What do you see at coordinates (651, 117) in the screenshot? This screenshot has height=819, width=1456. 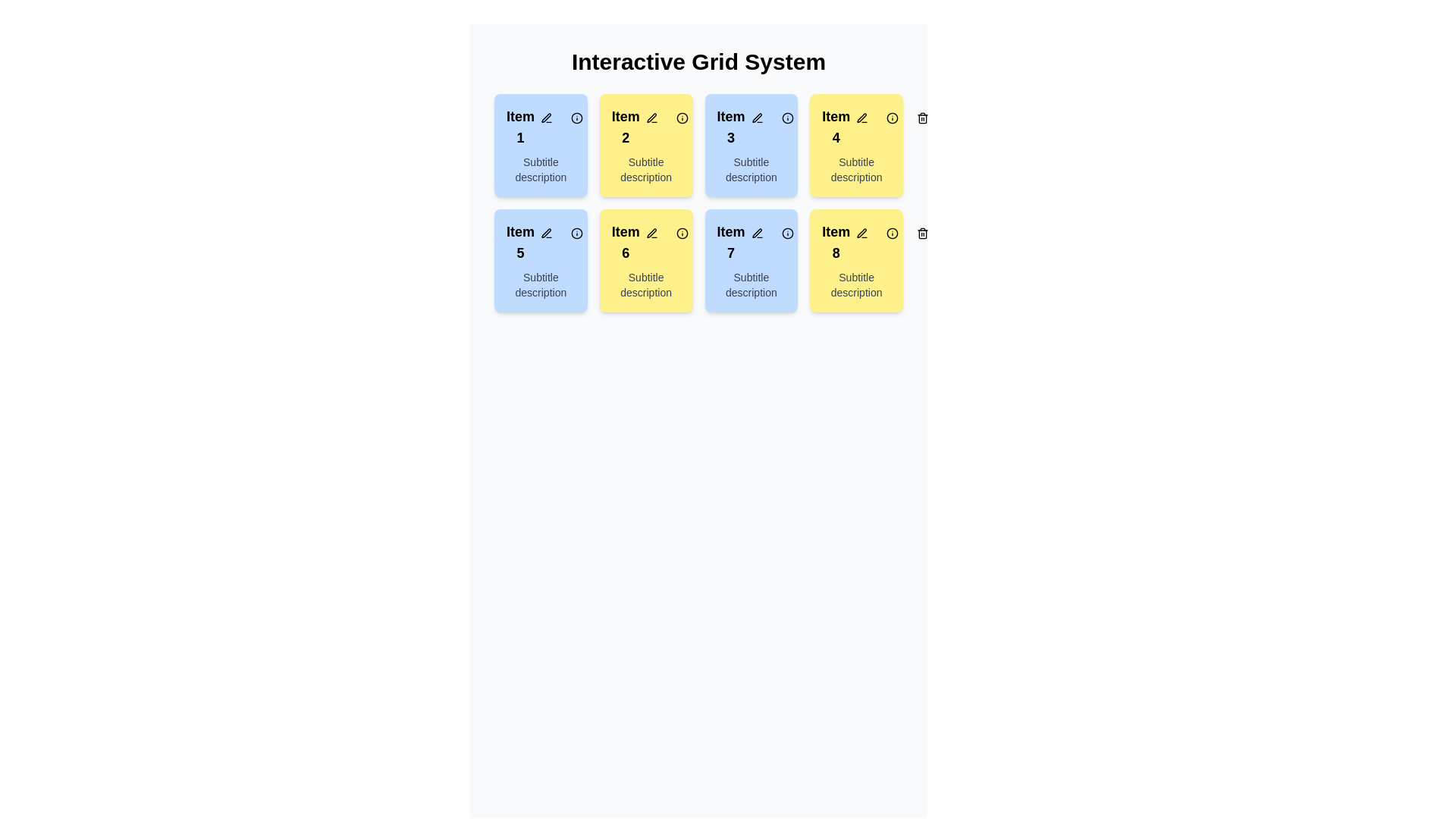 I see `the pen line icon button located on the right side of the 'Item 2' label, which triggers hover effects` at bounding box center [651, 117].